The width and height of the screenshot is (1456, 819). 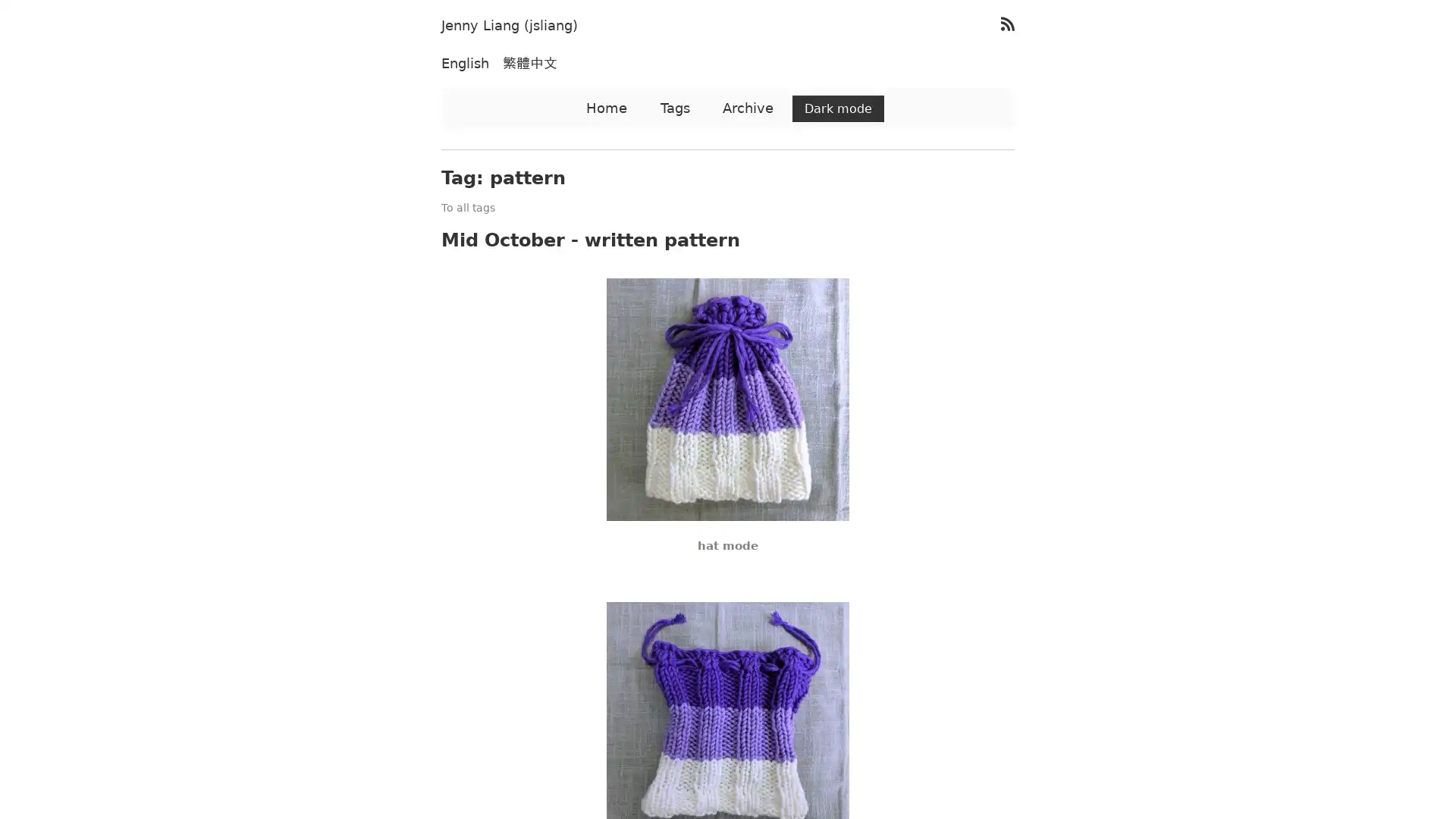 I want to click on Dark mode, so click(x=837, y=108).